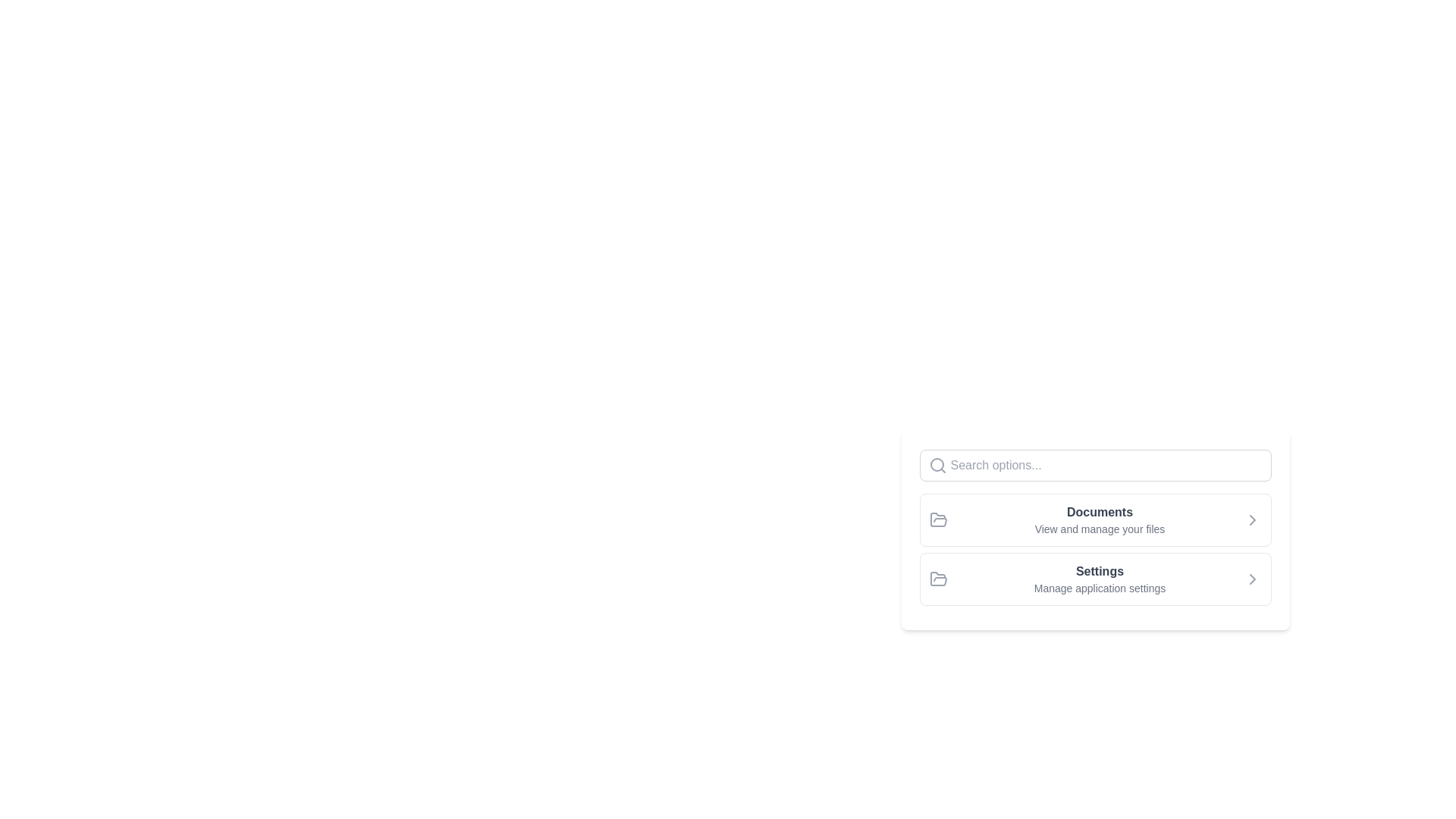 The width and height of the screenshot is (1456, 819). What do you see at coordinates (1252, 519) in the screenshot?
I see `the SVG chevron arrow icon located to the right of the 'Documents' text label in the vertical list layout` at bounding box center [1252, 519].